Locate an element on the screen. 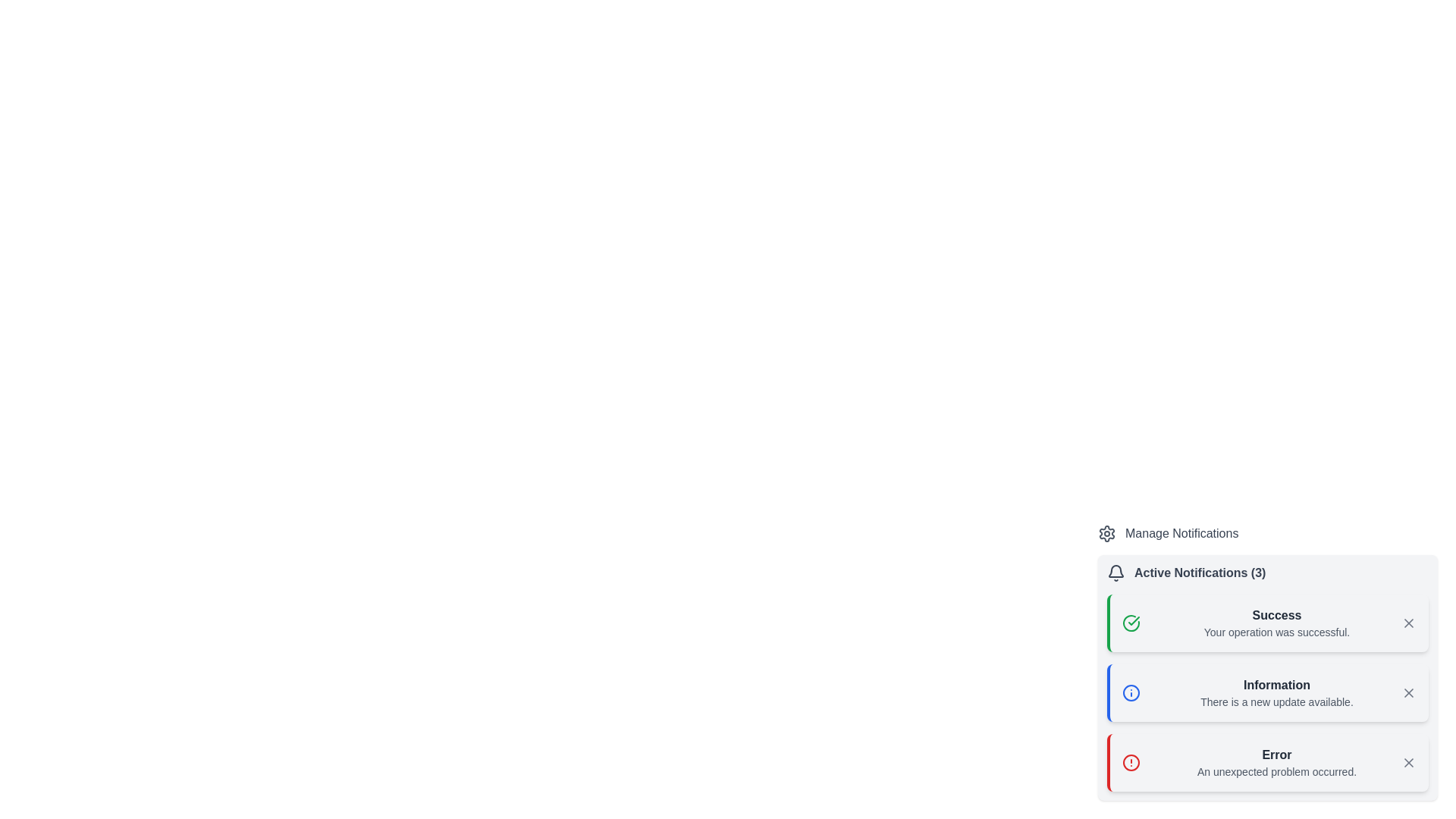 This screenshot has width=1456, height=819. success message from the first notification card in the 'Active Notifications (3)' list, located at the specified coordinates is located at coordinates (1267, 623).